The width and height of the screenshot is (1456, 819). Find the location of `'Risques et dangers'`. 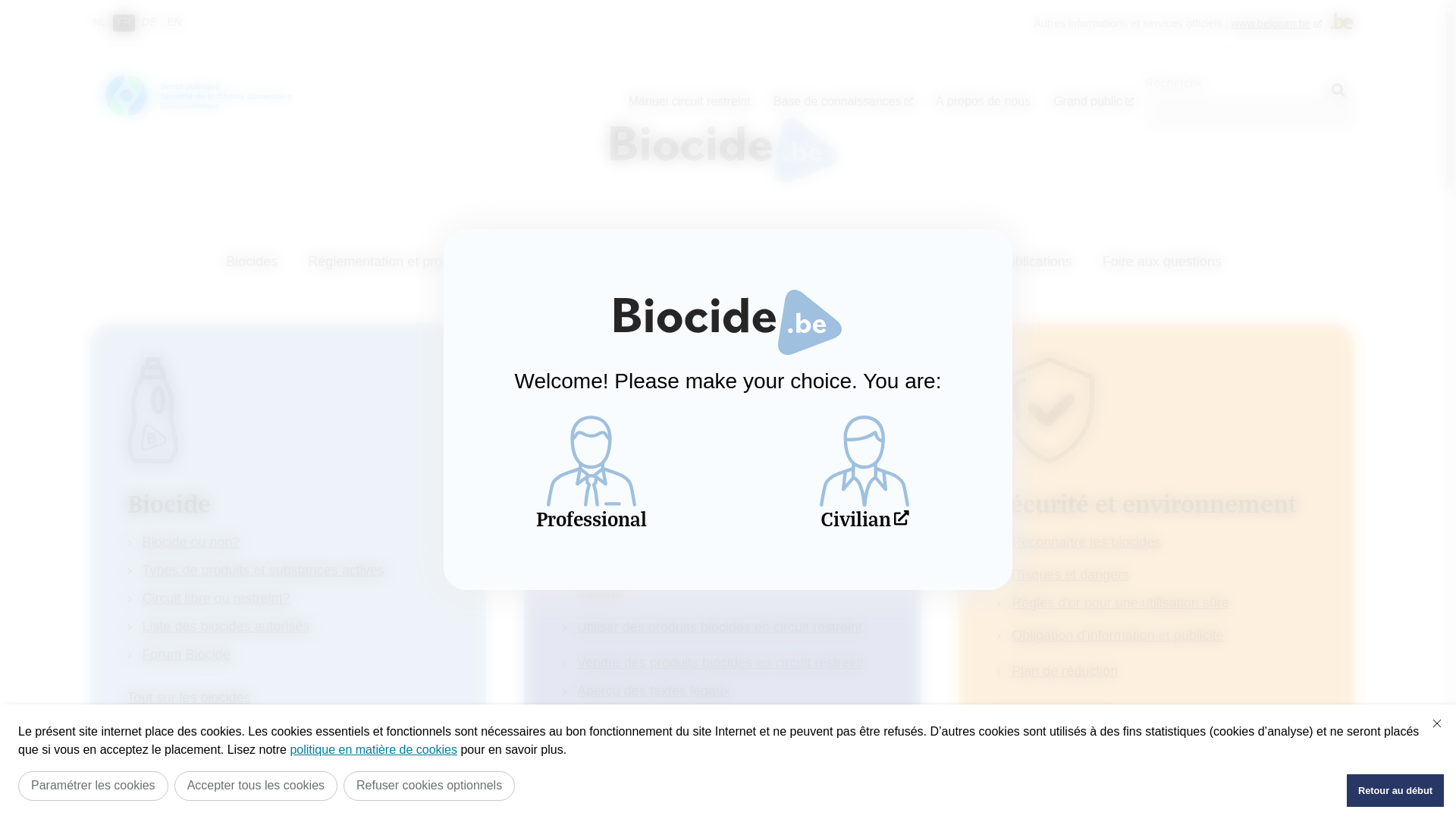

'Risques et dangers' is located at coordinates (1069, 575).